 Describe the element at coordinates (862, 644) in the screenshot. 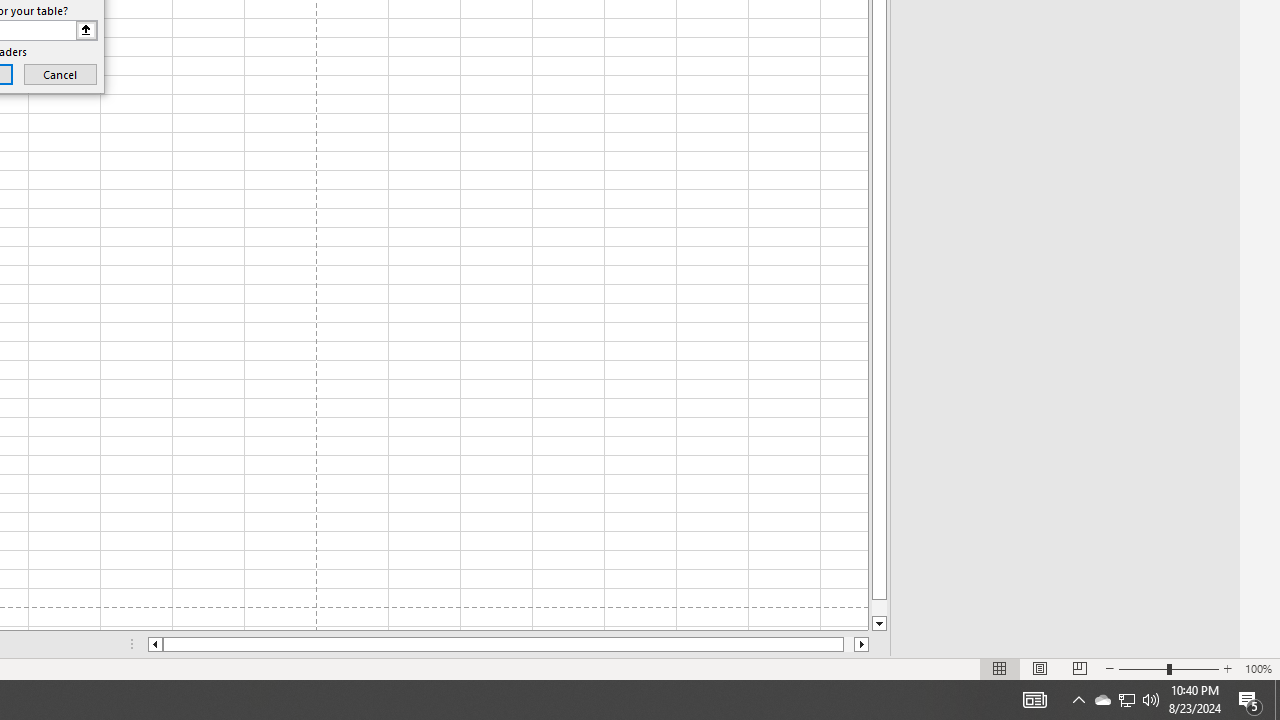

I see `'Column right'` at that location.